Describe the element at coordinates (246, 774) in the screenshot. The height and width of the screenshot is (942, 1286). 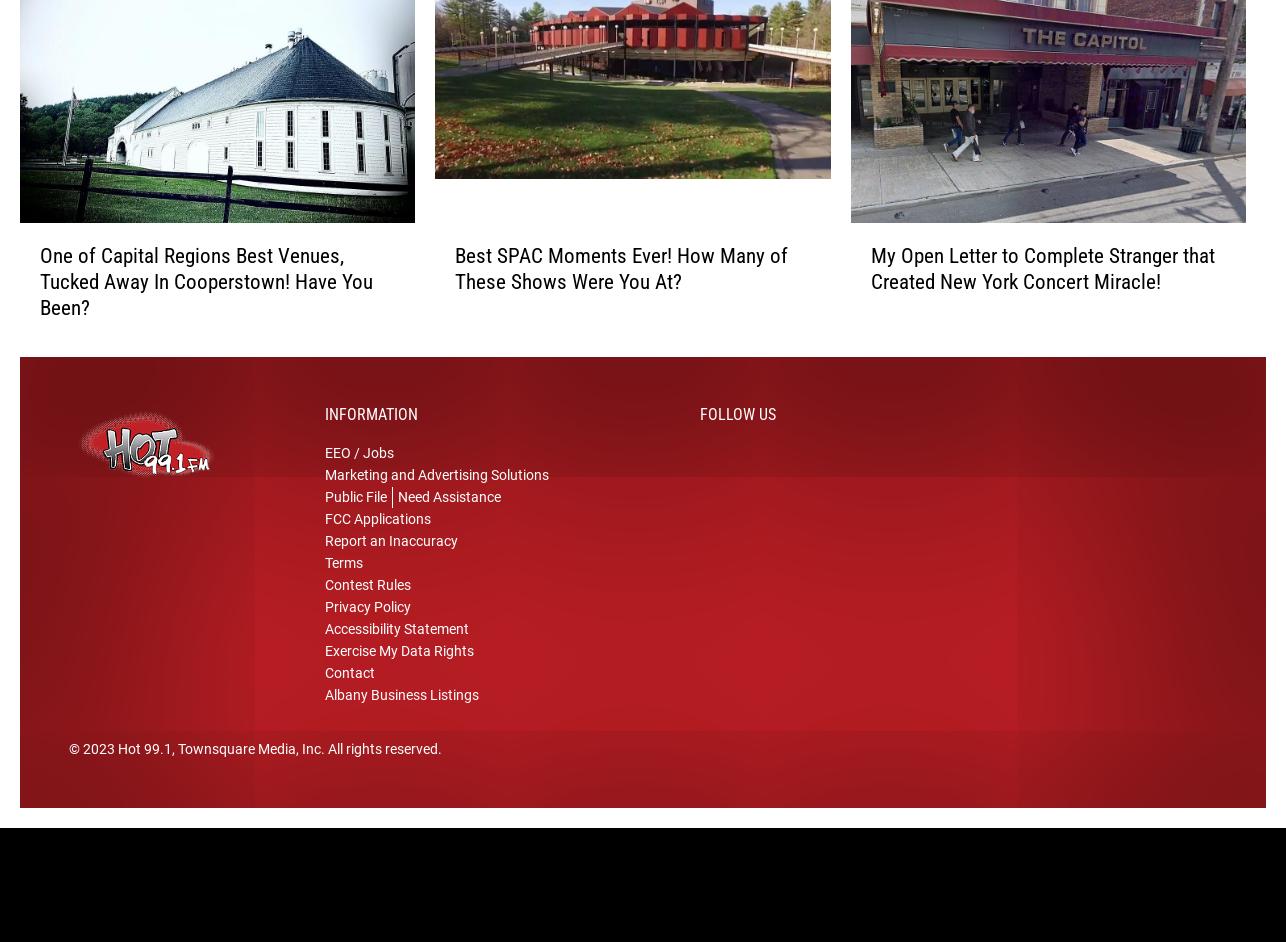
I see `', Townsquare Media, Inc'` at that location.